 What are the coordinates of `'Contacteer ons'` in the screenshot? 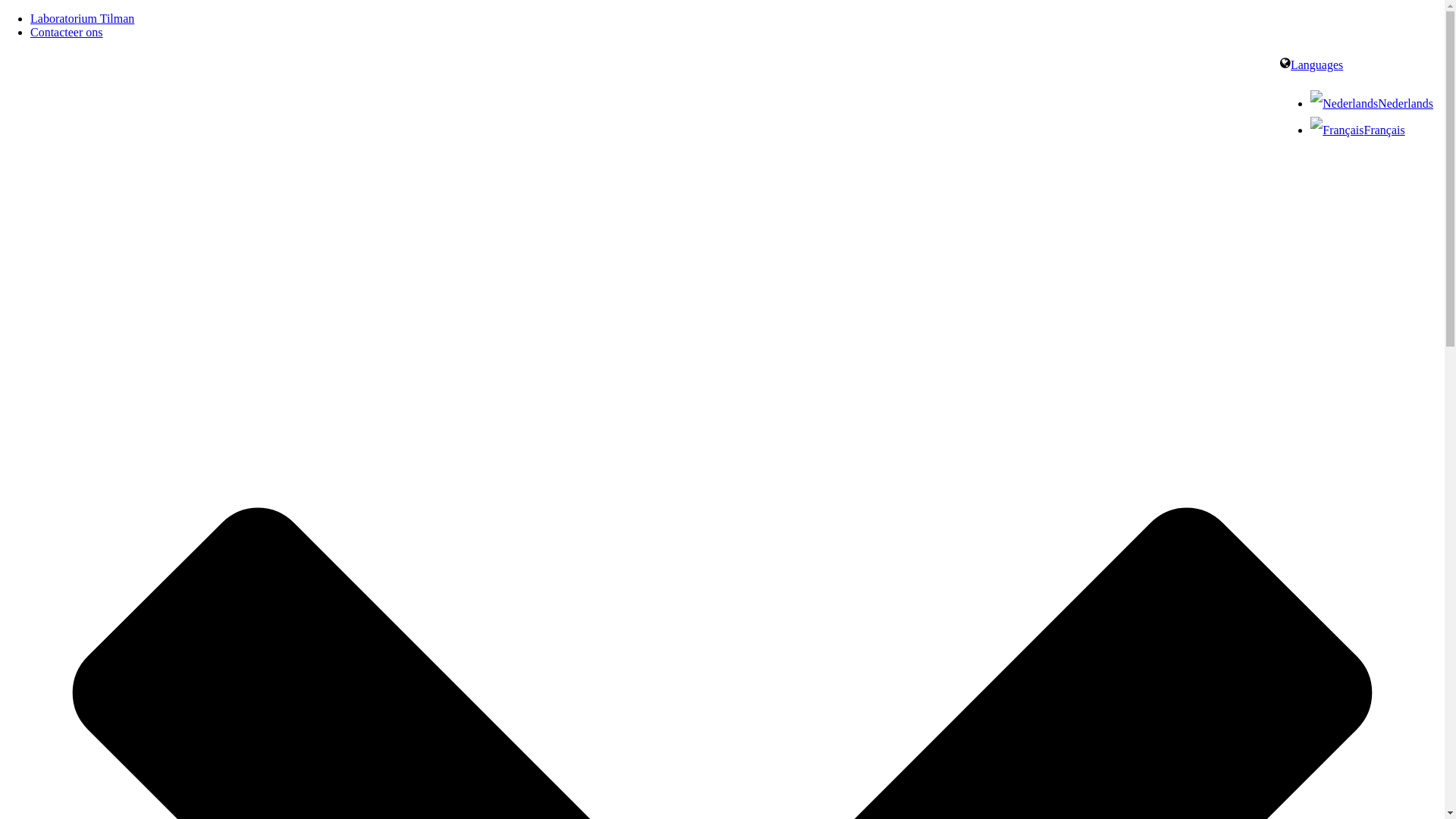 It's located at (30, 32).